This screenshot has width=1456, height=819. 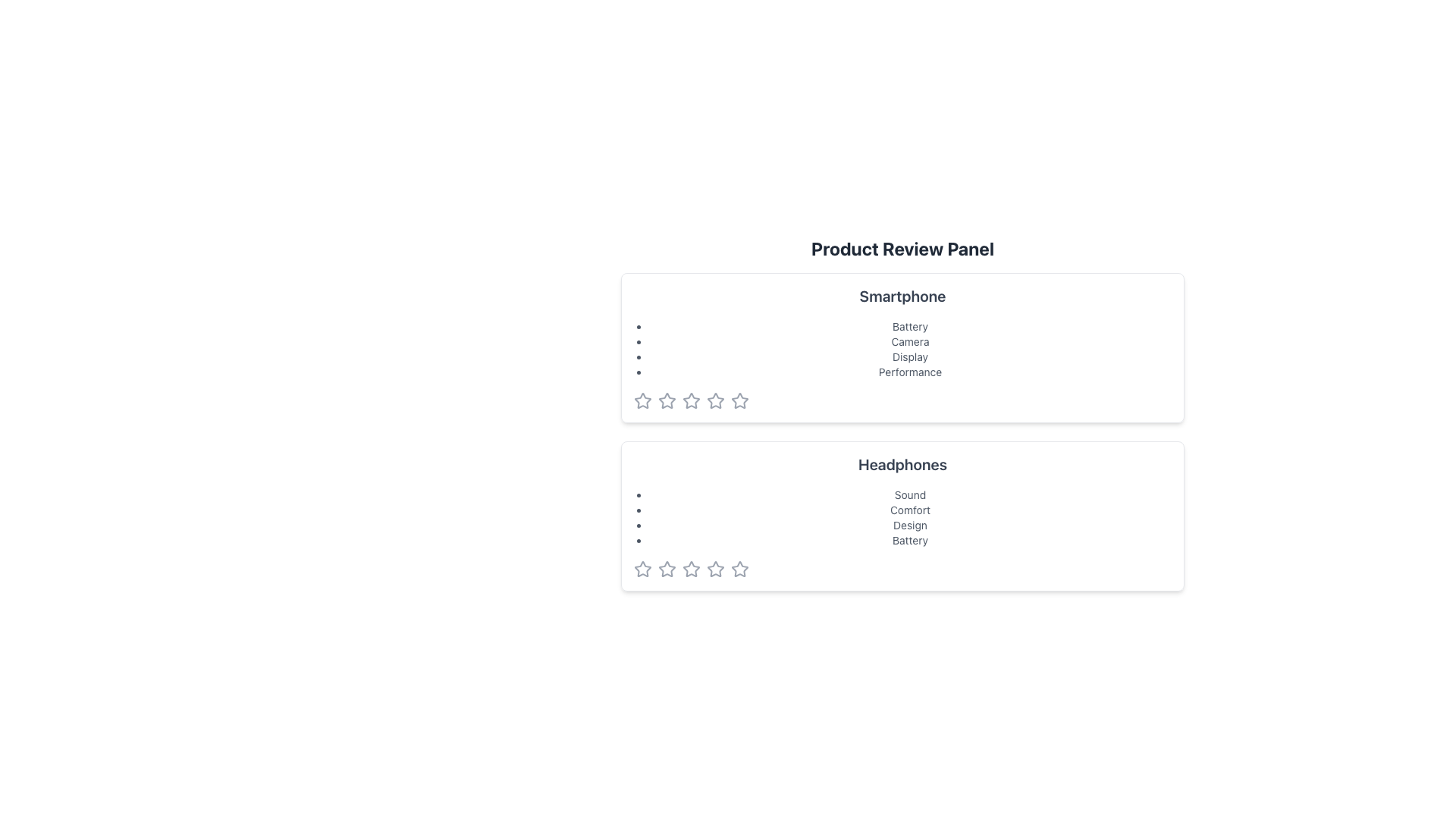 I want to click on the fifth interactive star icon in the review panel for 'Headphones' to rate it with a value of 5, so click(x=715, y=570).